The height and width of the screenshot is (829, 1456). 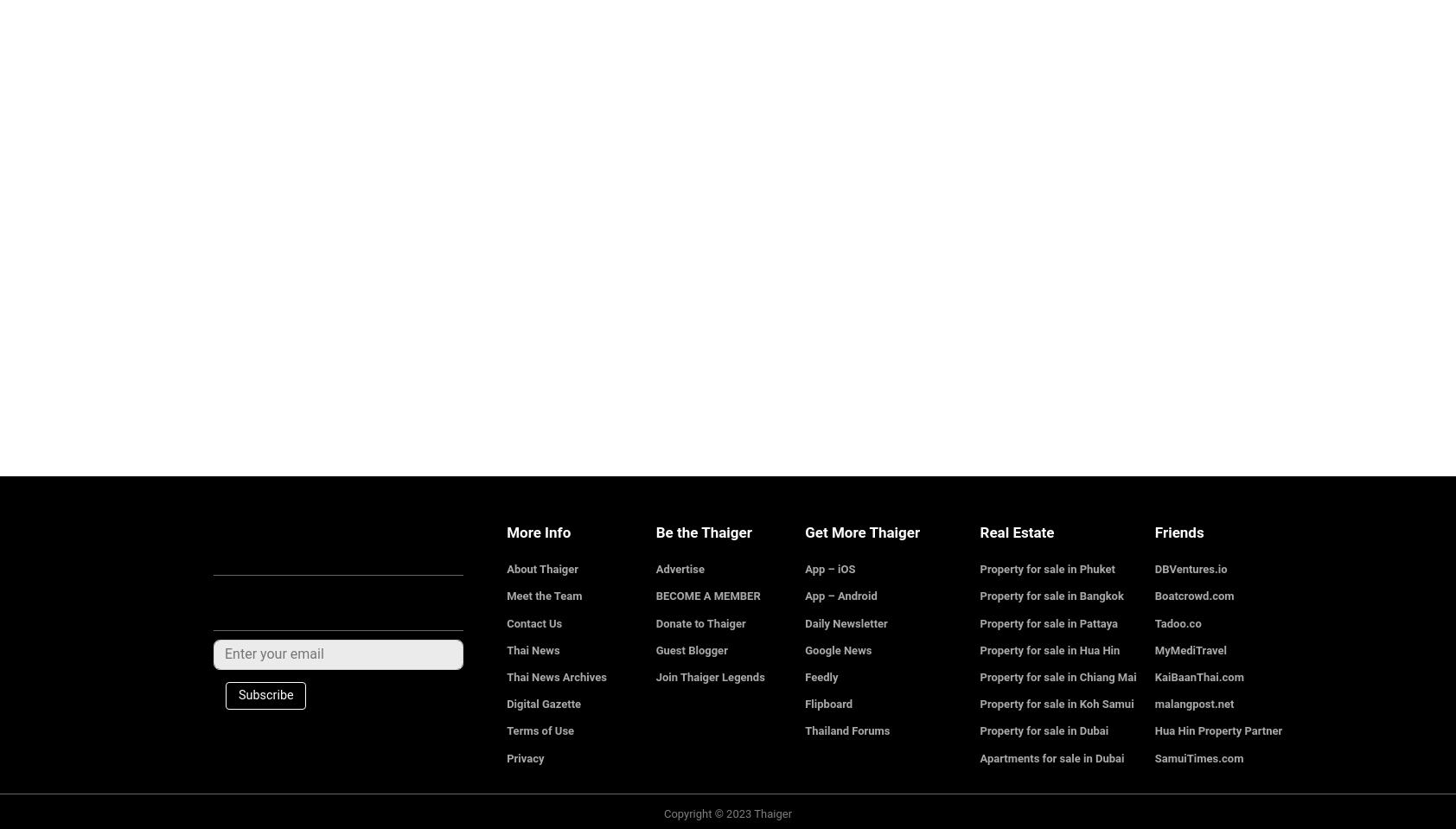 What do you see at coordinates (306, 201) in the screenshot?
I see `'Can expats get a loan in Thailand?'` at bounding box center [306, 201].